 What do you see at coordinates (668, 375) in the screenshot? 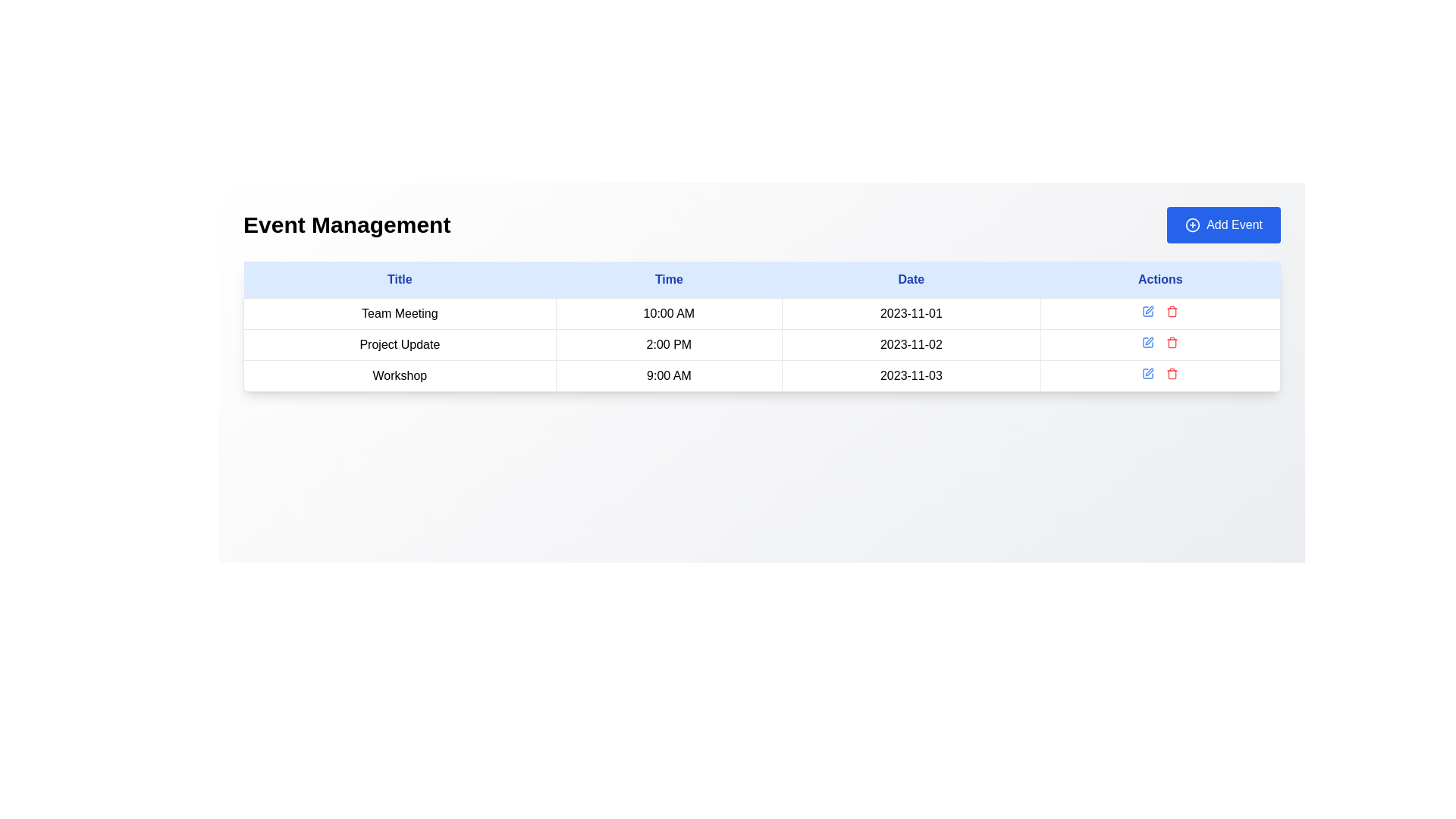
I see `the static text element displaying '9:00 AM' in the 'Time' column of the table for the 'Workshop' event` at bounding box center [668, 375].